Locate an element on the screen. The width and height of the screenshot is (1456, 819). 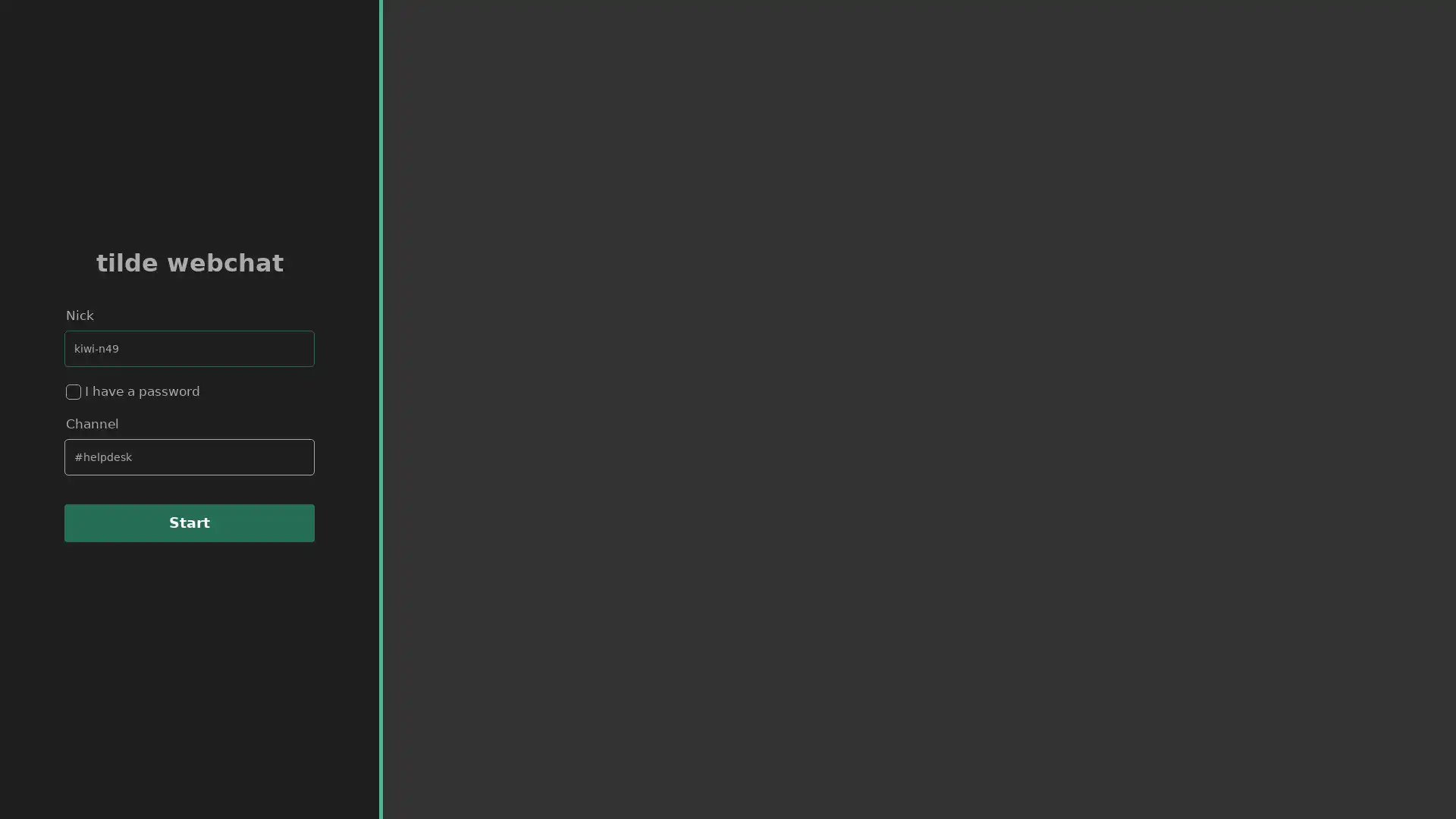
Start is located at coordinates (188, 522).